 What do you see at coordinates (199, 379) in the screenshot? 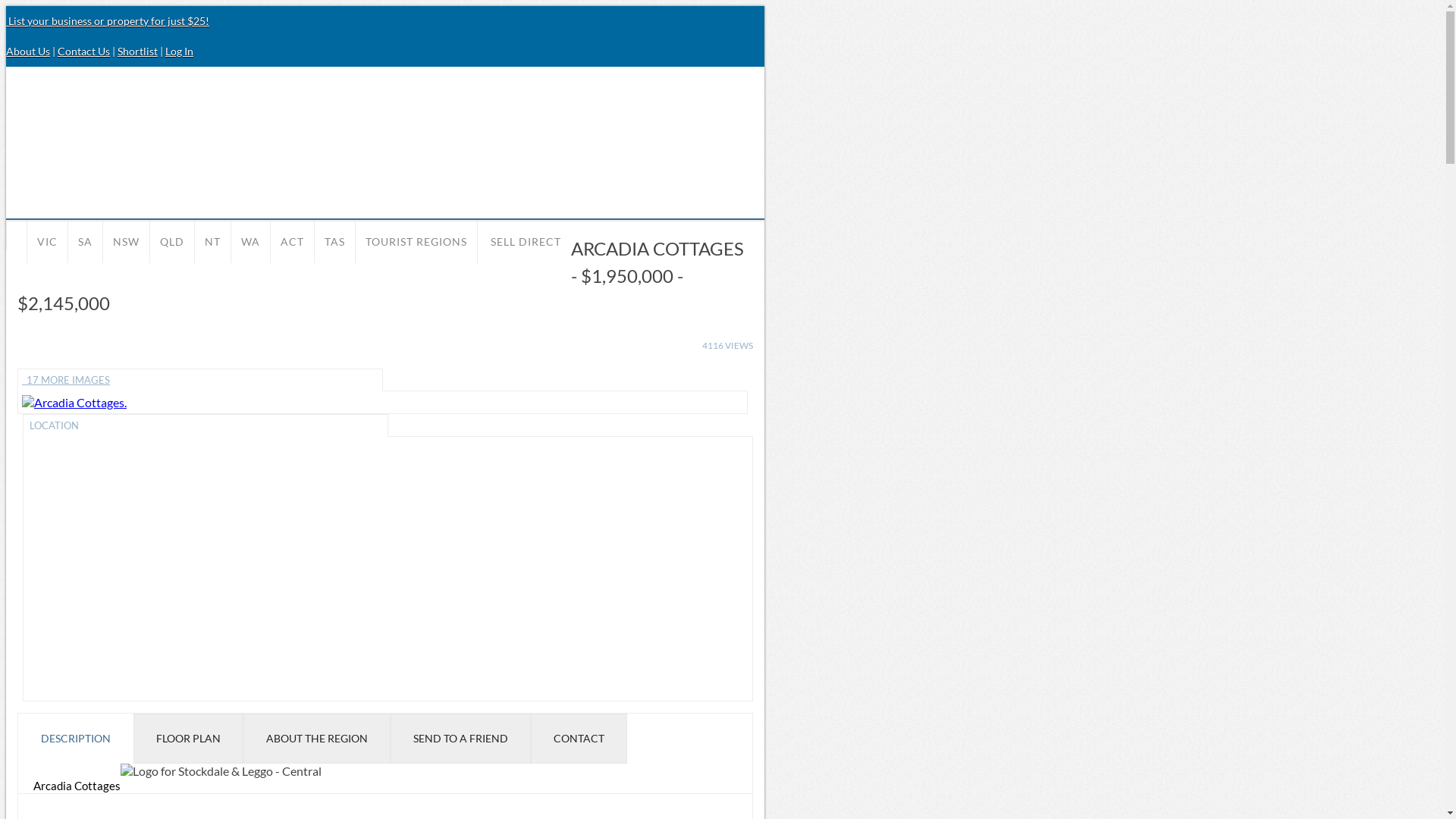
I see `'  17 MORE IMAGES'` at bounding box center [199, 379].